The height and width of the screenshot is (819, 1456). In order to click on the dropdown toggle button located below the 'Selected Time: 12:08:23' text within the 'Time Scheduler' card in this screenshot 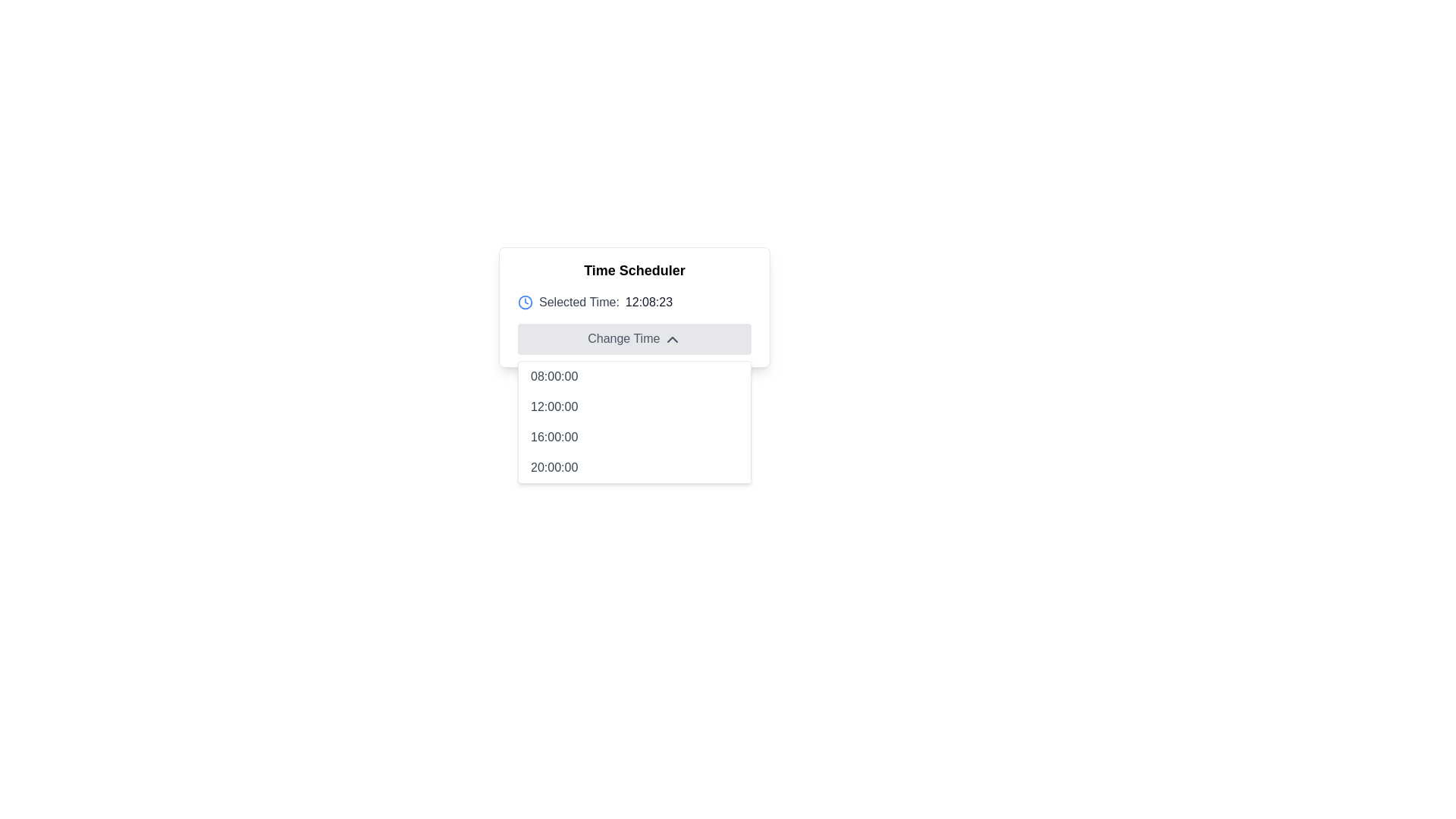, I will do `click(634, 338)`.